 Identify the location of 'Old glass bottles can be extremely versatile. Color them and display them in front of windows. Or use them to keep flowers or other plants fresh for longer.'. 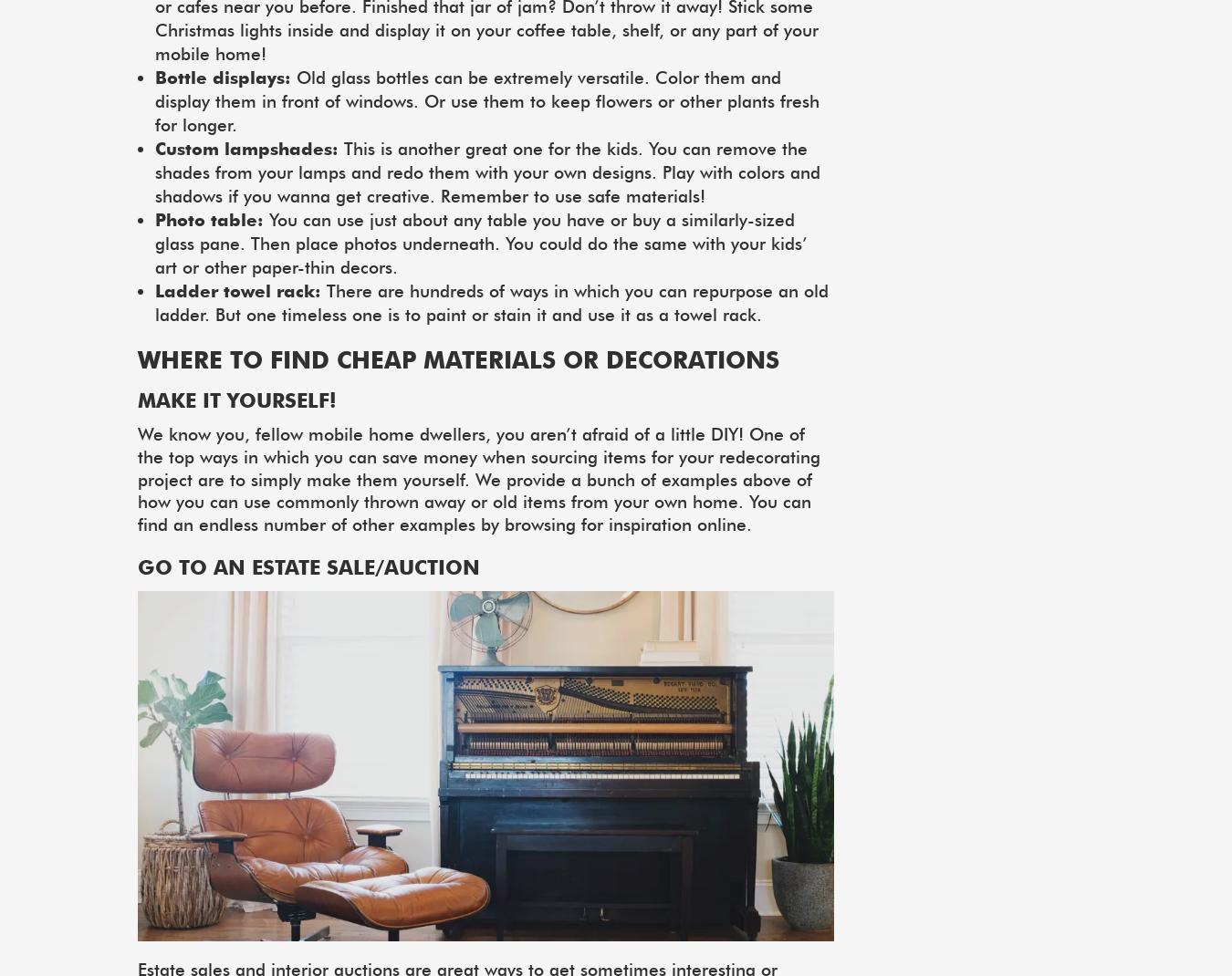
(154, 100).